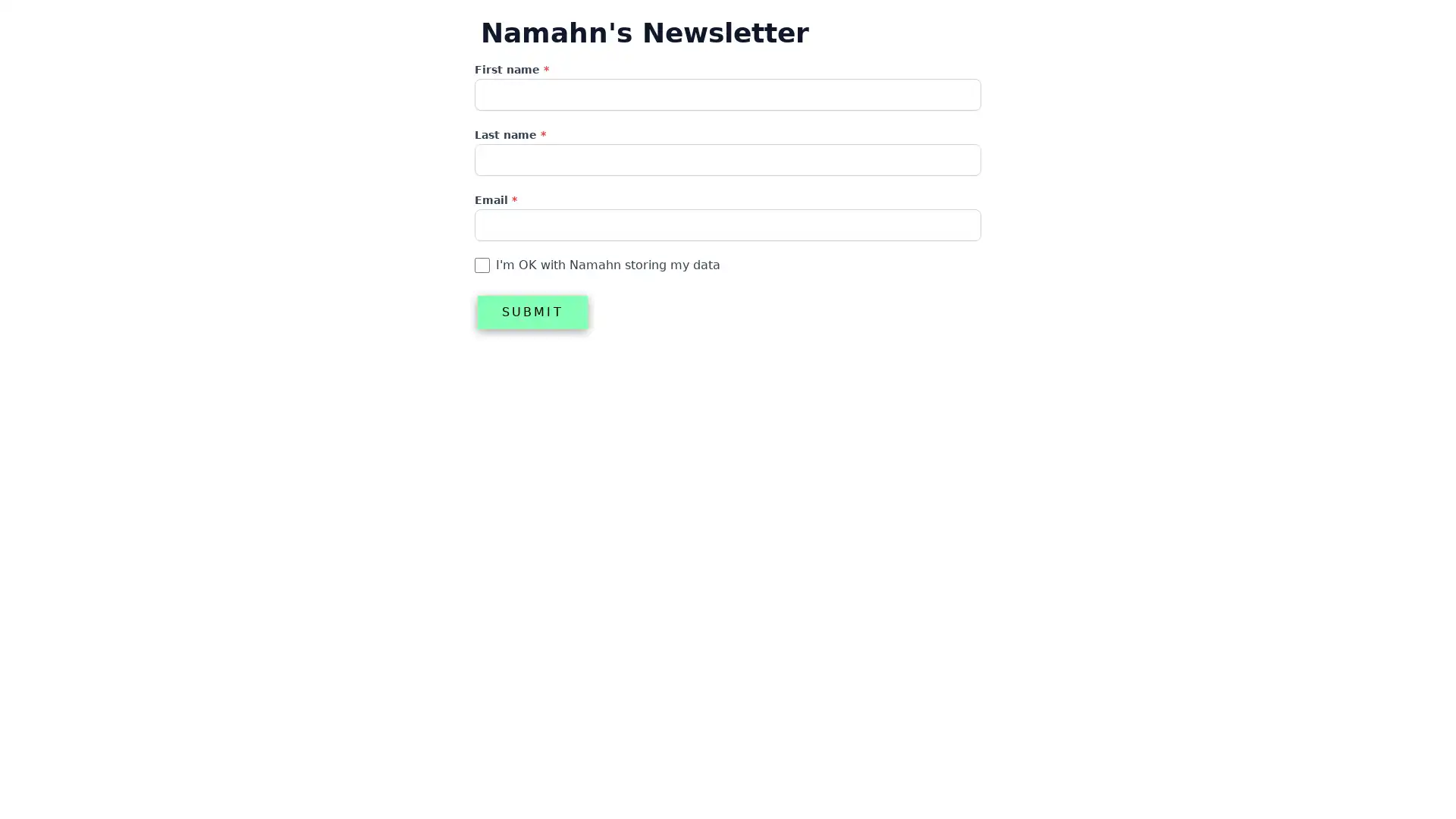 This screenshot has width=1456, height=819. Describe the element at coordinates (532, 312) in the screenshot. I see `SUBMIT` at that location.